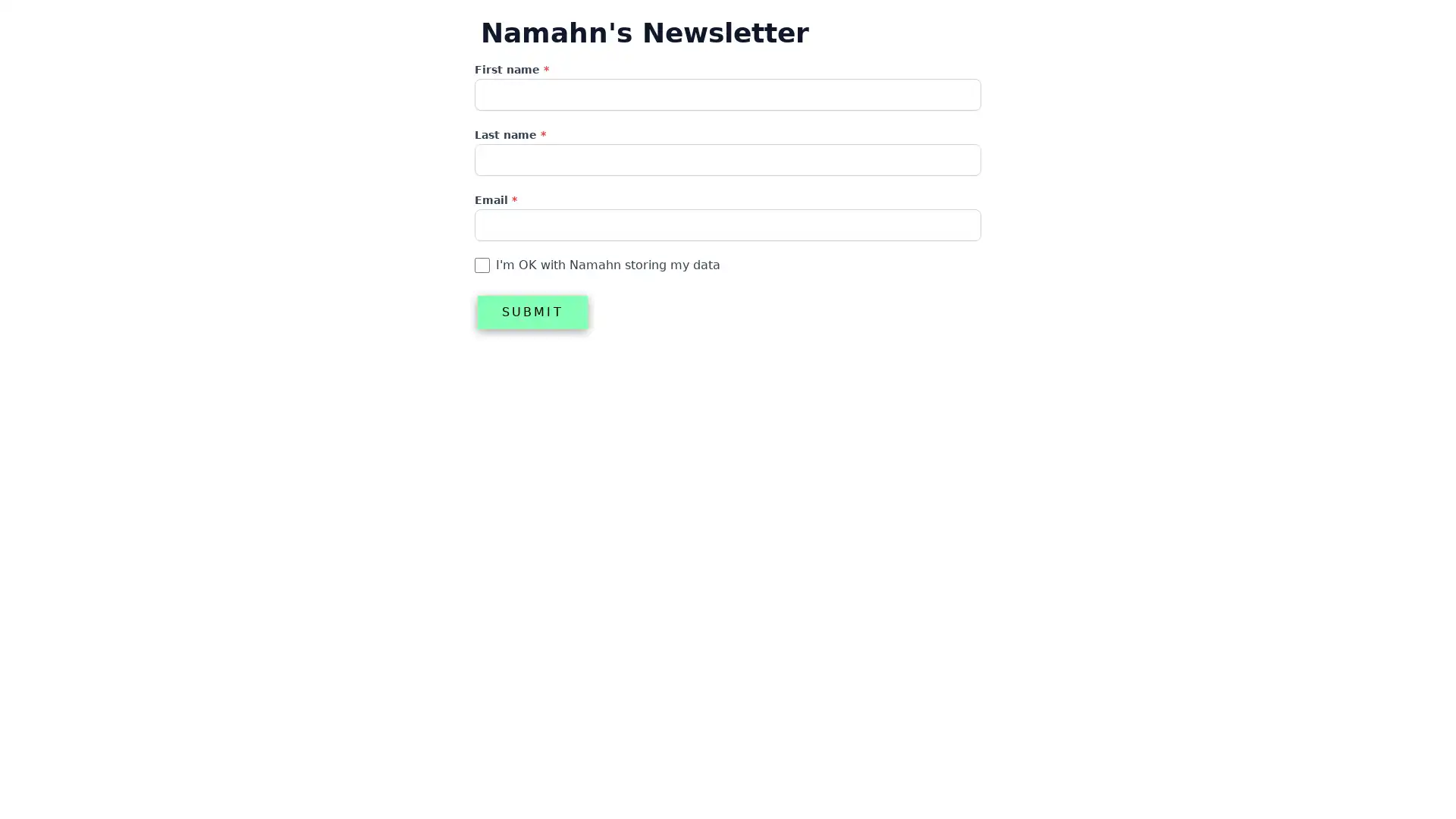 This screenshot has width=1456, height=819. Describe the element at coordinates (532, 312) in the screenshot. I see `SUBMIT` at that location.